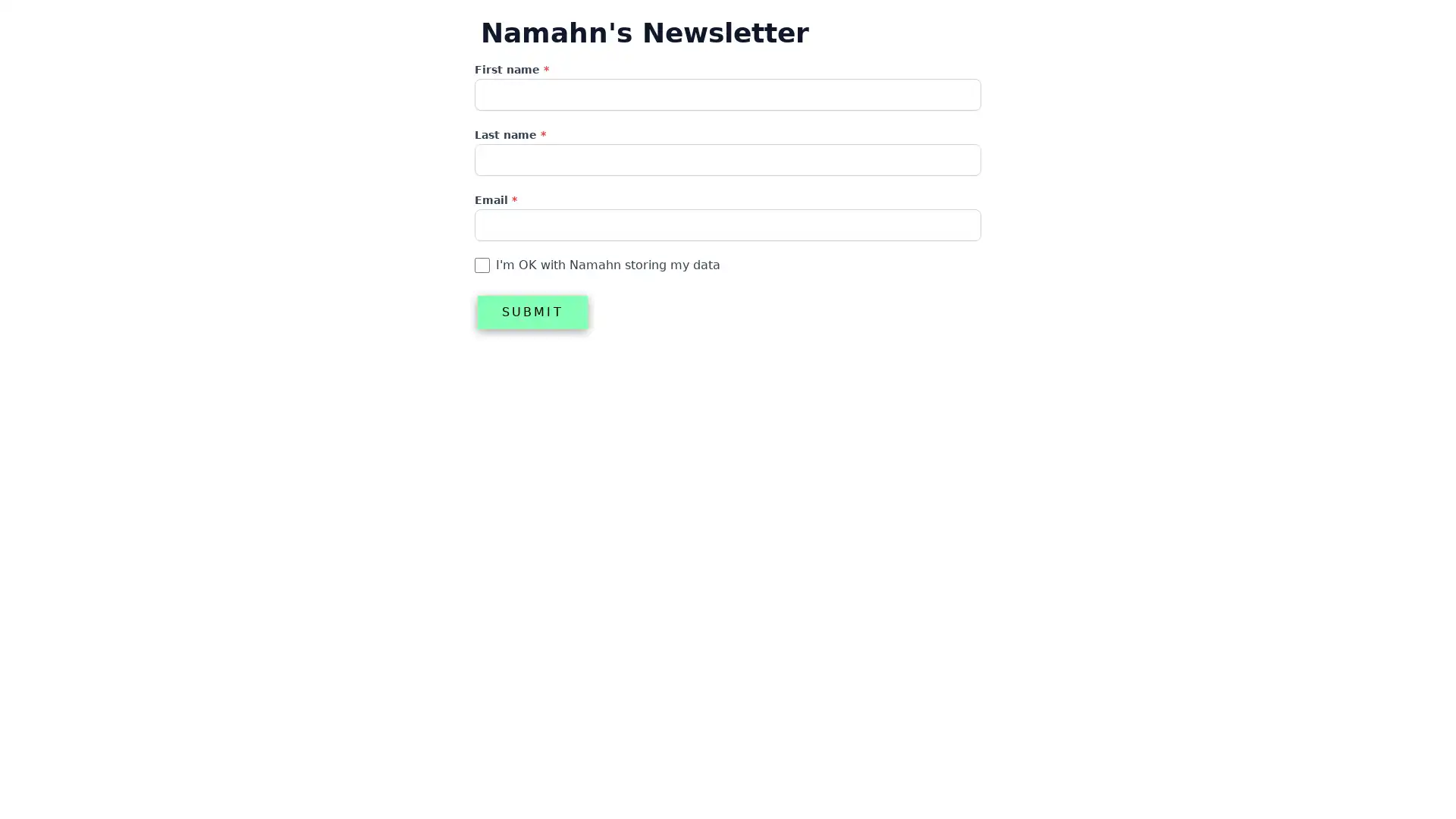 This screenshot has width=1456, height=819. Describe the element at coordinates (532, 312) in the screenshot. I see `SUBMIT` at that location.